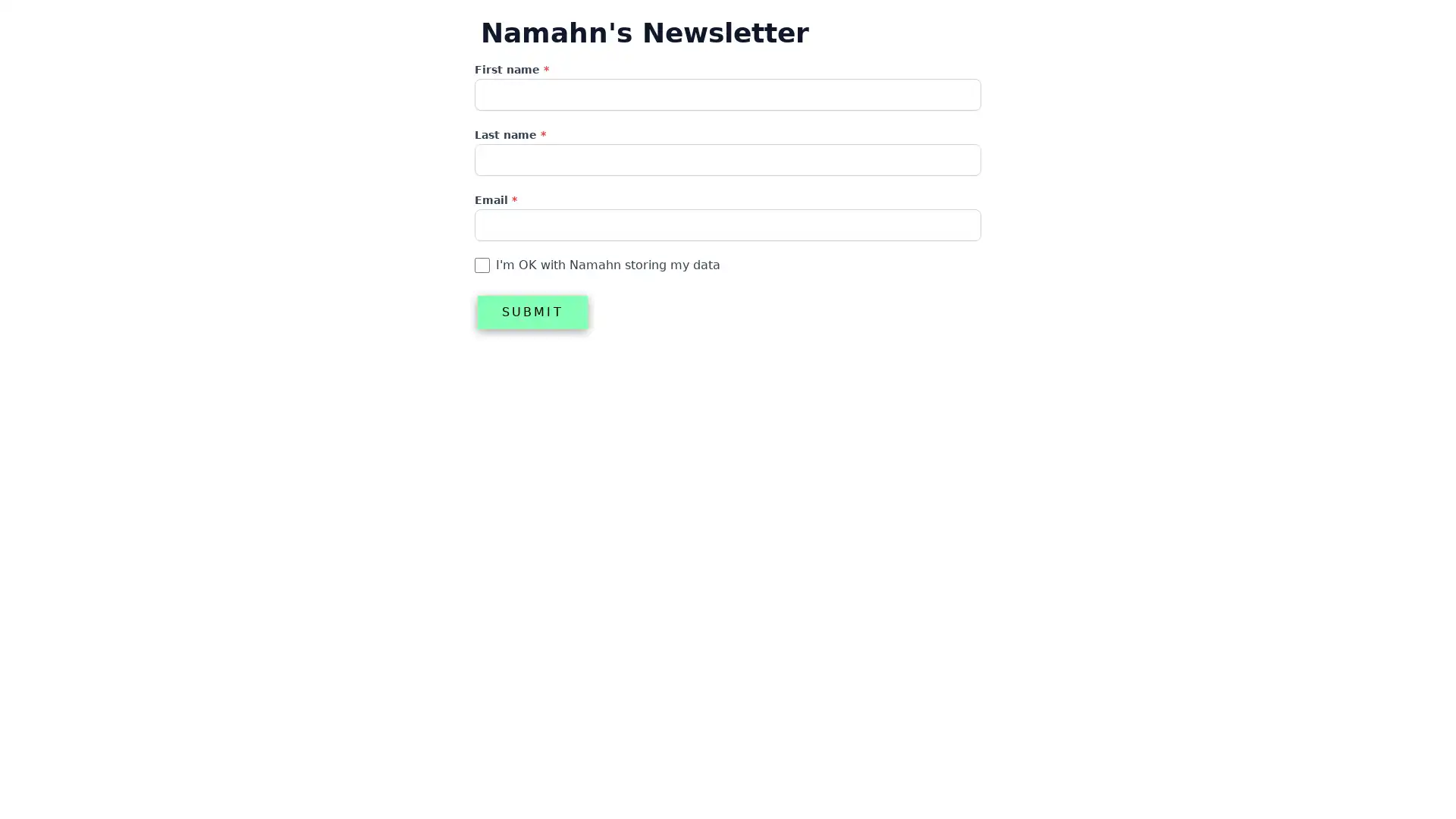 This screenshot has width=1456, height=819. Describe the element at coordinates (532, 312) in the screenshot. I see `SUBMIT` at that location.